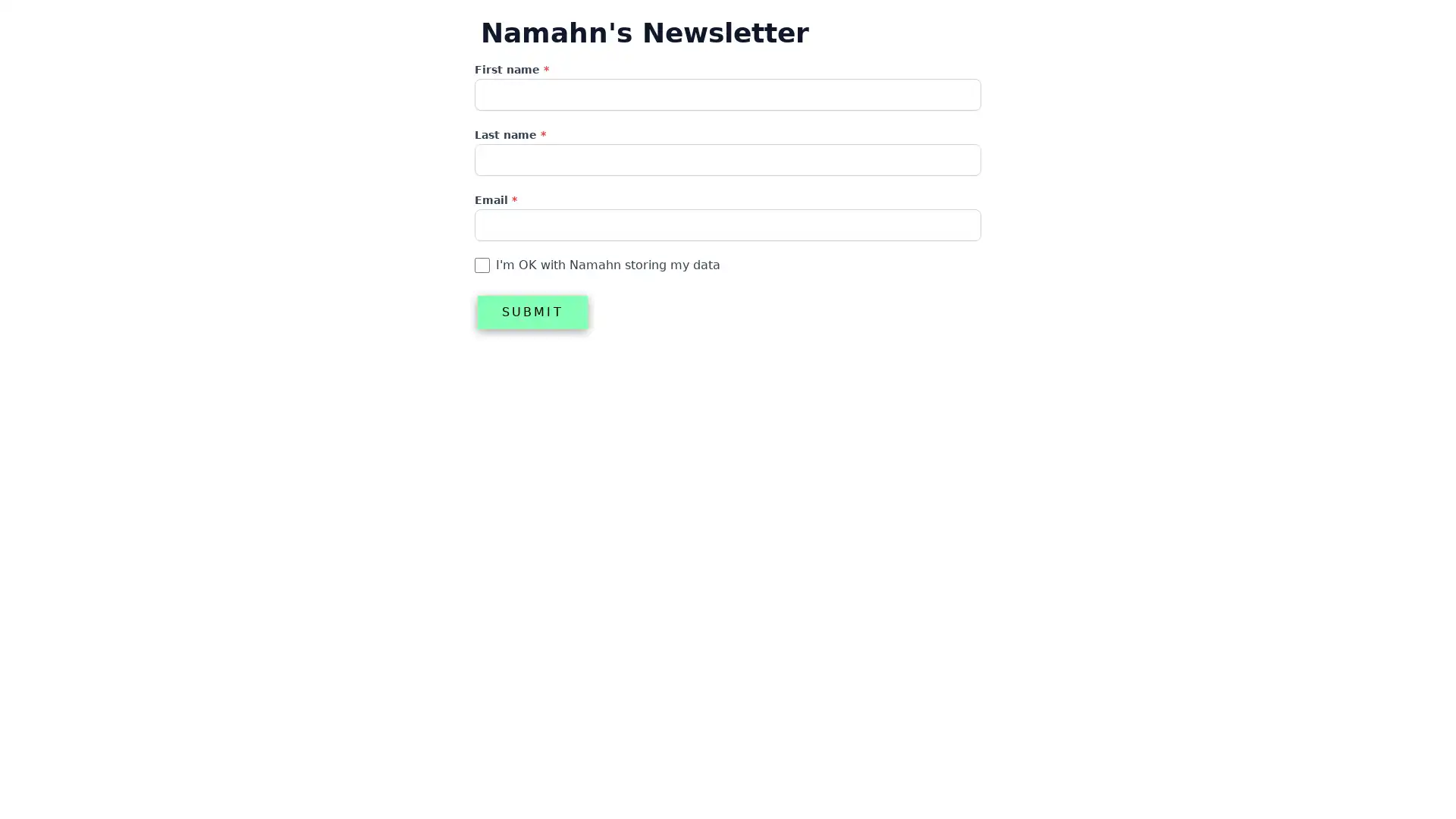 This screenshot has width=1456, height=819. Describe the element at coordinates (532, 312) in the screenshot. I see `SUBMIT` at that location.